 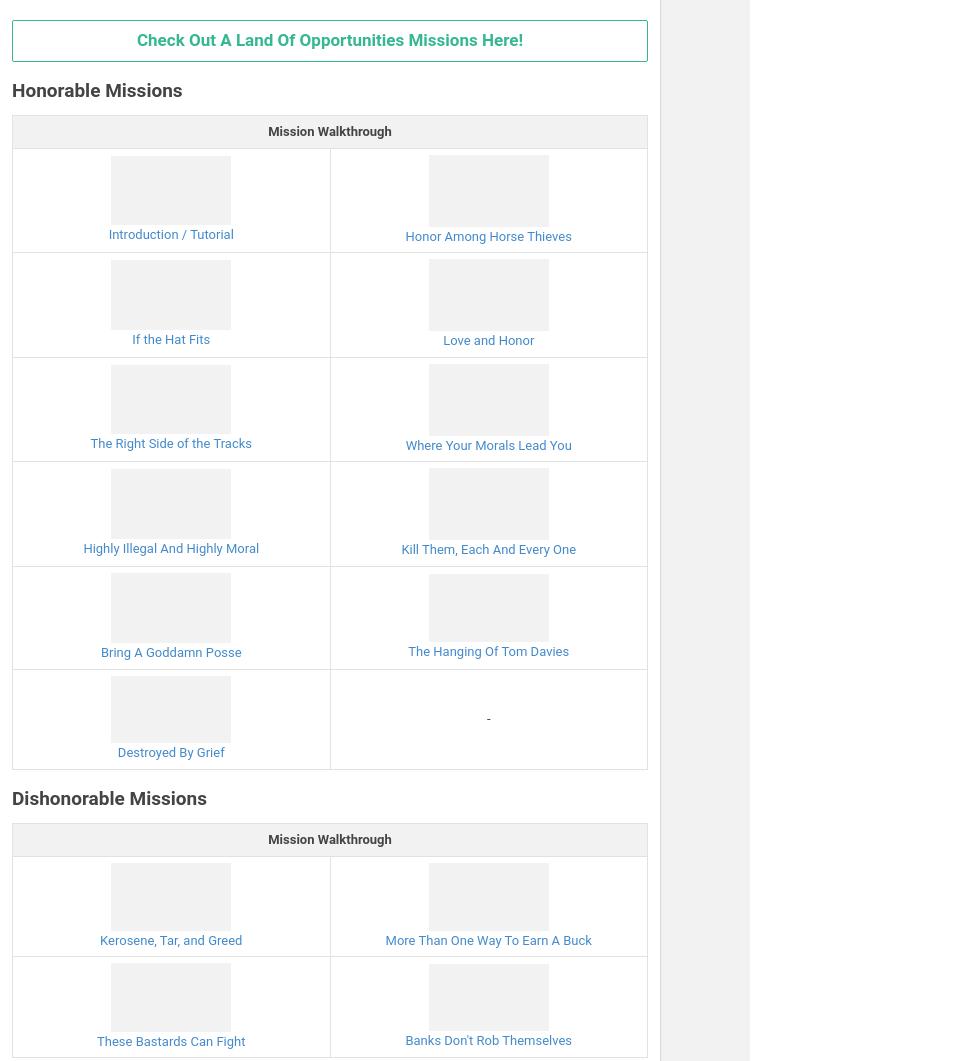 What do you see at coordinates (488, 650) in the screenshot?
I see `'The Hanging Of Tom Davies'` at bounding box center [488, 650].